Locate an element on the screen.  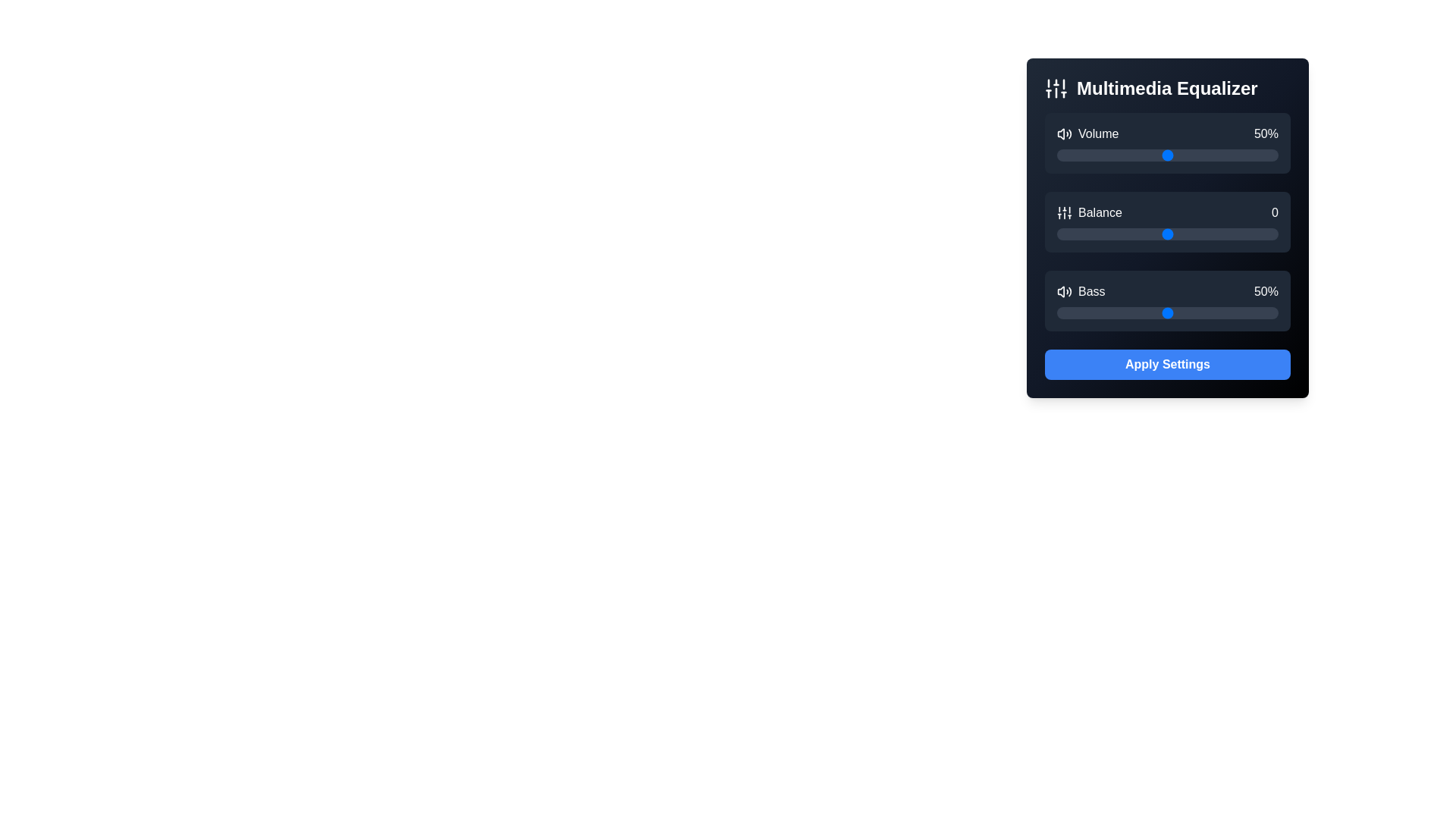
the speaker icon with sound waves, which is styled with a dark theme and white outline, located next to the 'Volume' label in the settings panel is located at coordinates (1063, 133).